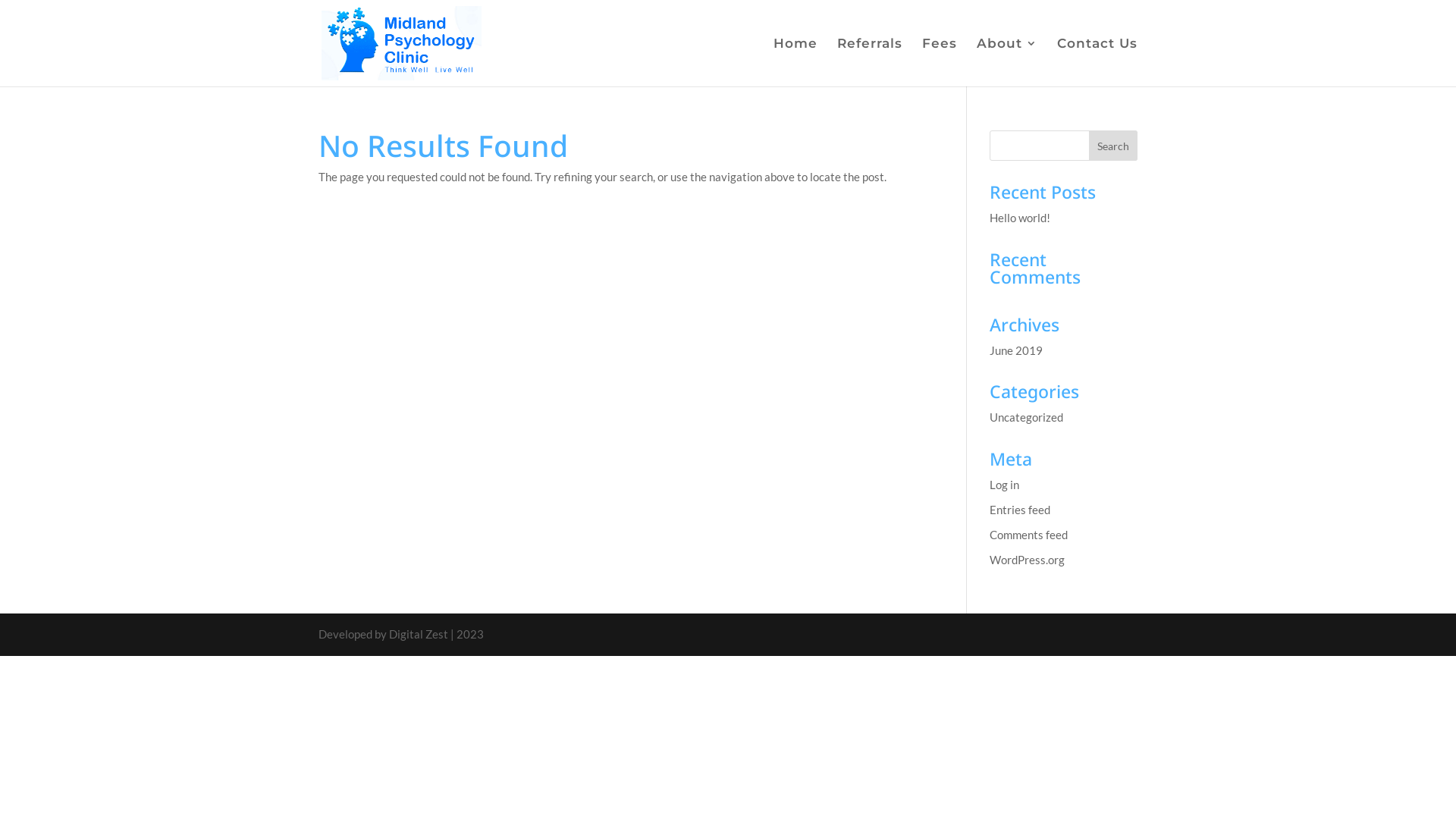  Describe the element at coordinates (1019, 217) in the screenshot. I see `'Hello world!'` at that location.